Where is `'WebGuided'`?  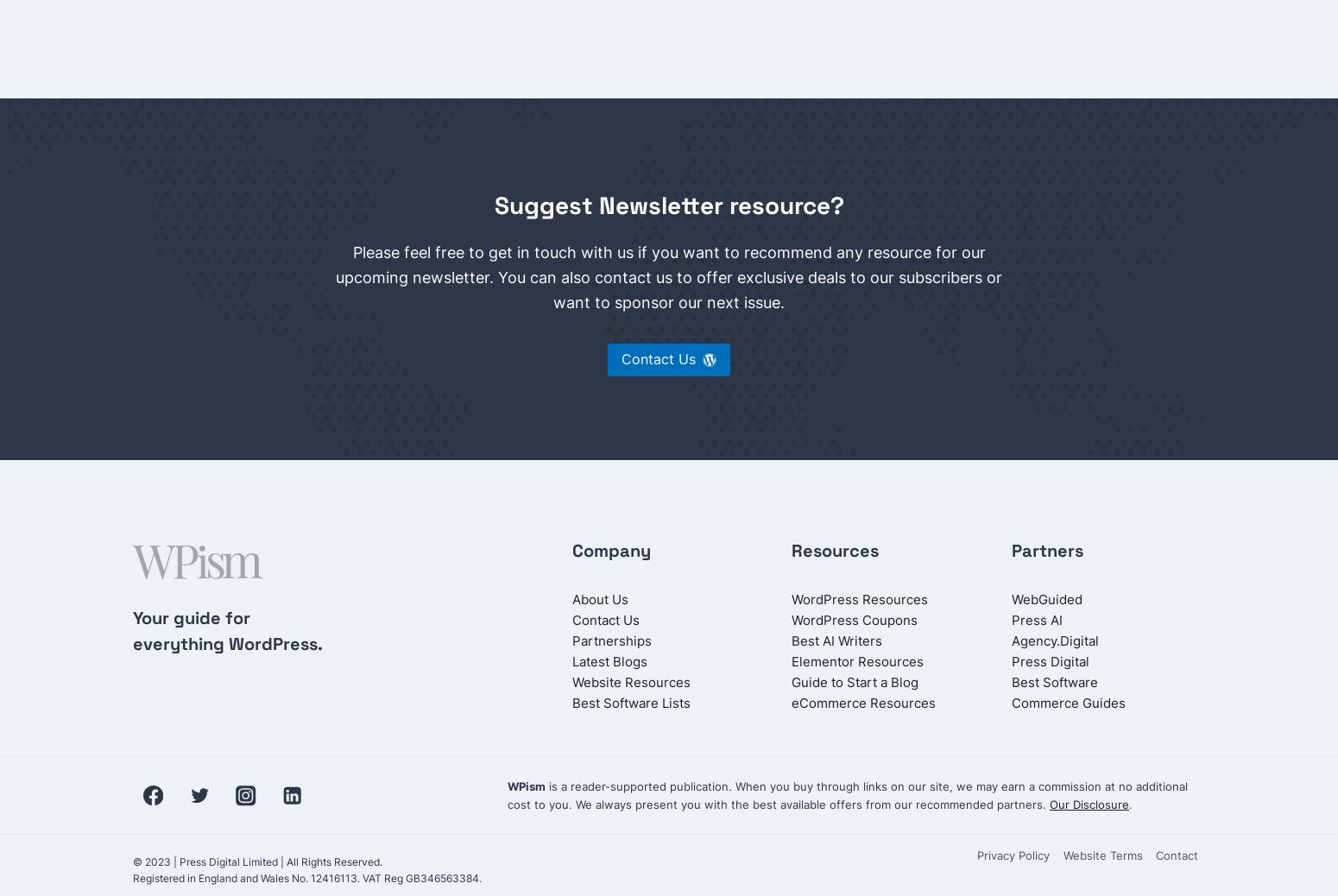
'WebGuided' is located at coordinates (1011, 598).